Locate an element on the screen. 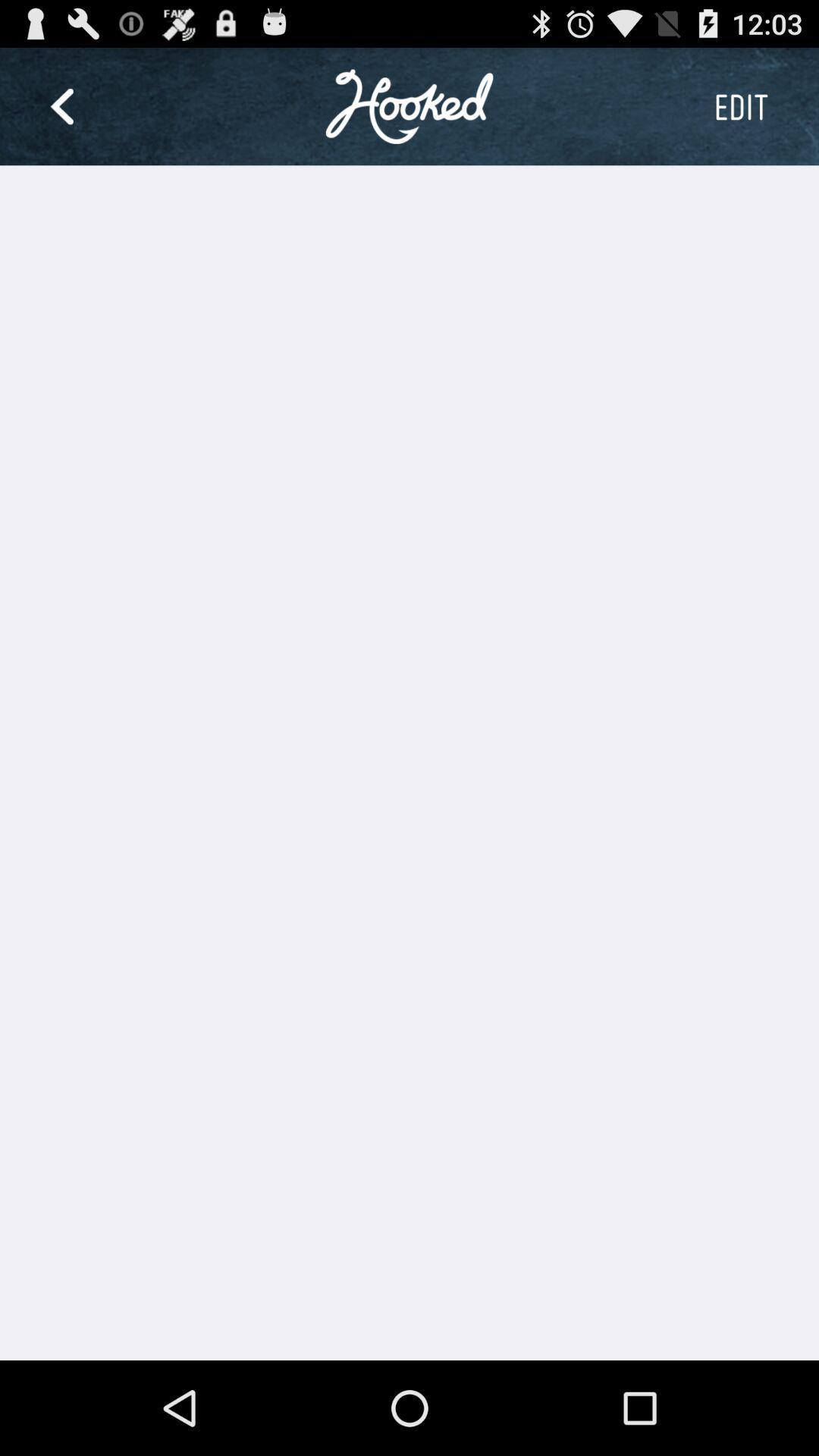 This screenshot has height=1456, width=819. the arrow_backward icon is located at coordinates (61, 113).